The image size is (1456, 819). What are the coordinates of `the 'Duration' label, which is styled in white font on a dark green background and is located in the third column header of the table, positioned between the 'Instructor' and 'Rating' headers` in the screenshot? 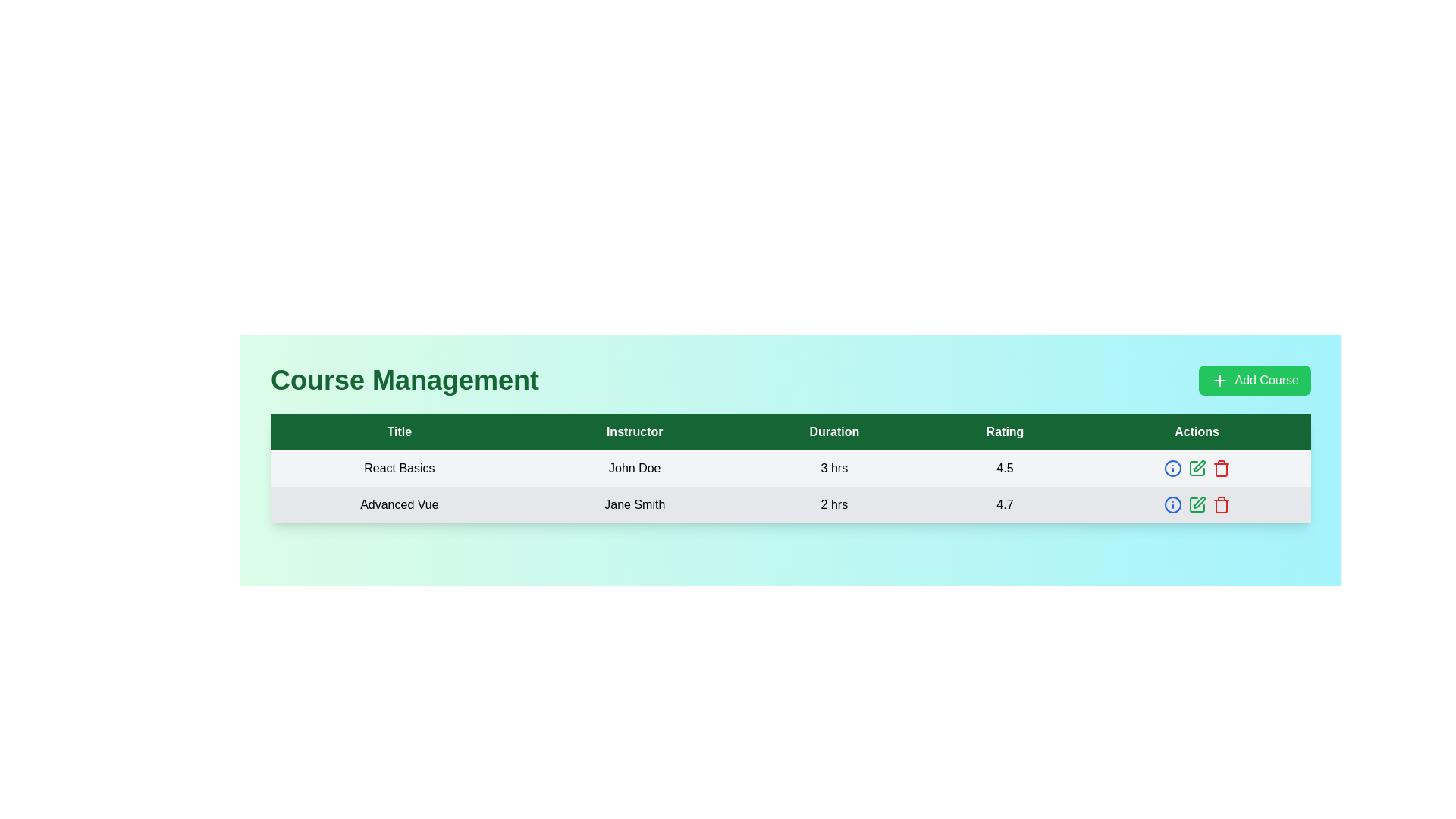 It's located at (833, 432).